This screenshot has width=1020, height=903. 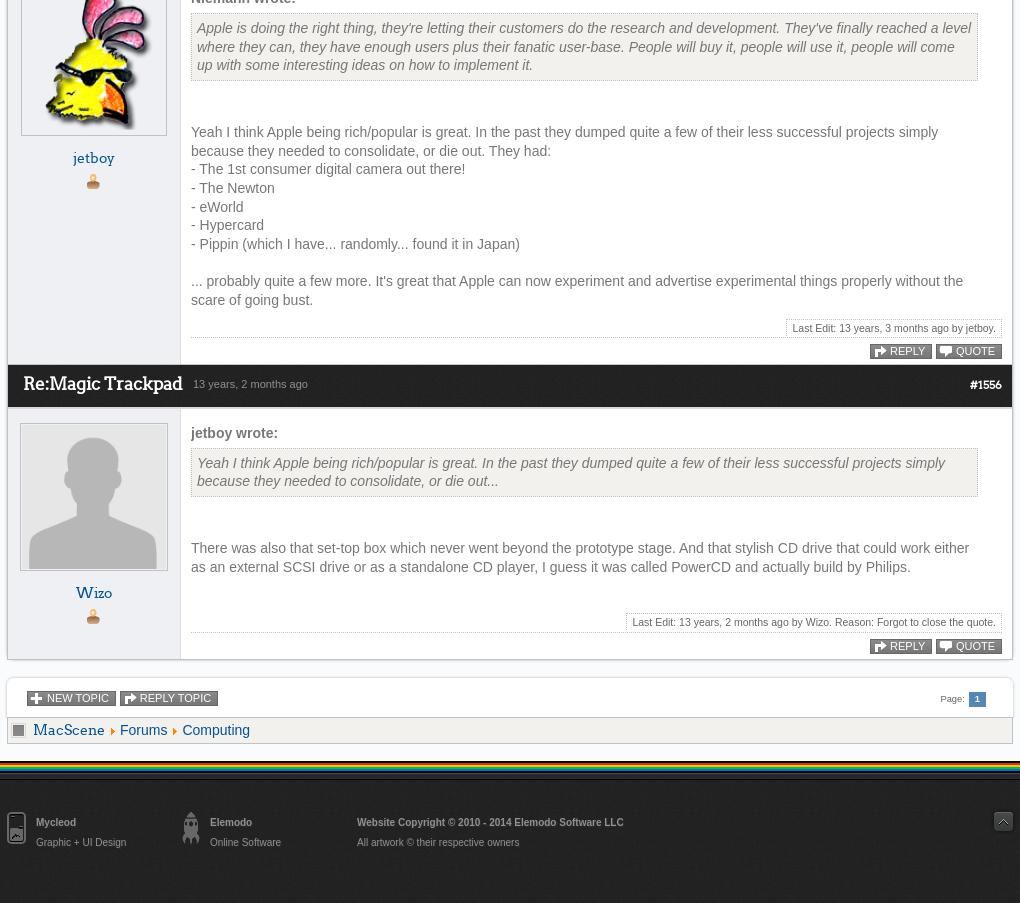 What do you see at coordinates (353, 243) in the screenshot?
I see `'- Pippin (which I have... randomly... found it in Japan)'` at bounding box center [353, 243].